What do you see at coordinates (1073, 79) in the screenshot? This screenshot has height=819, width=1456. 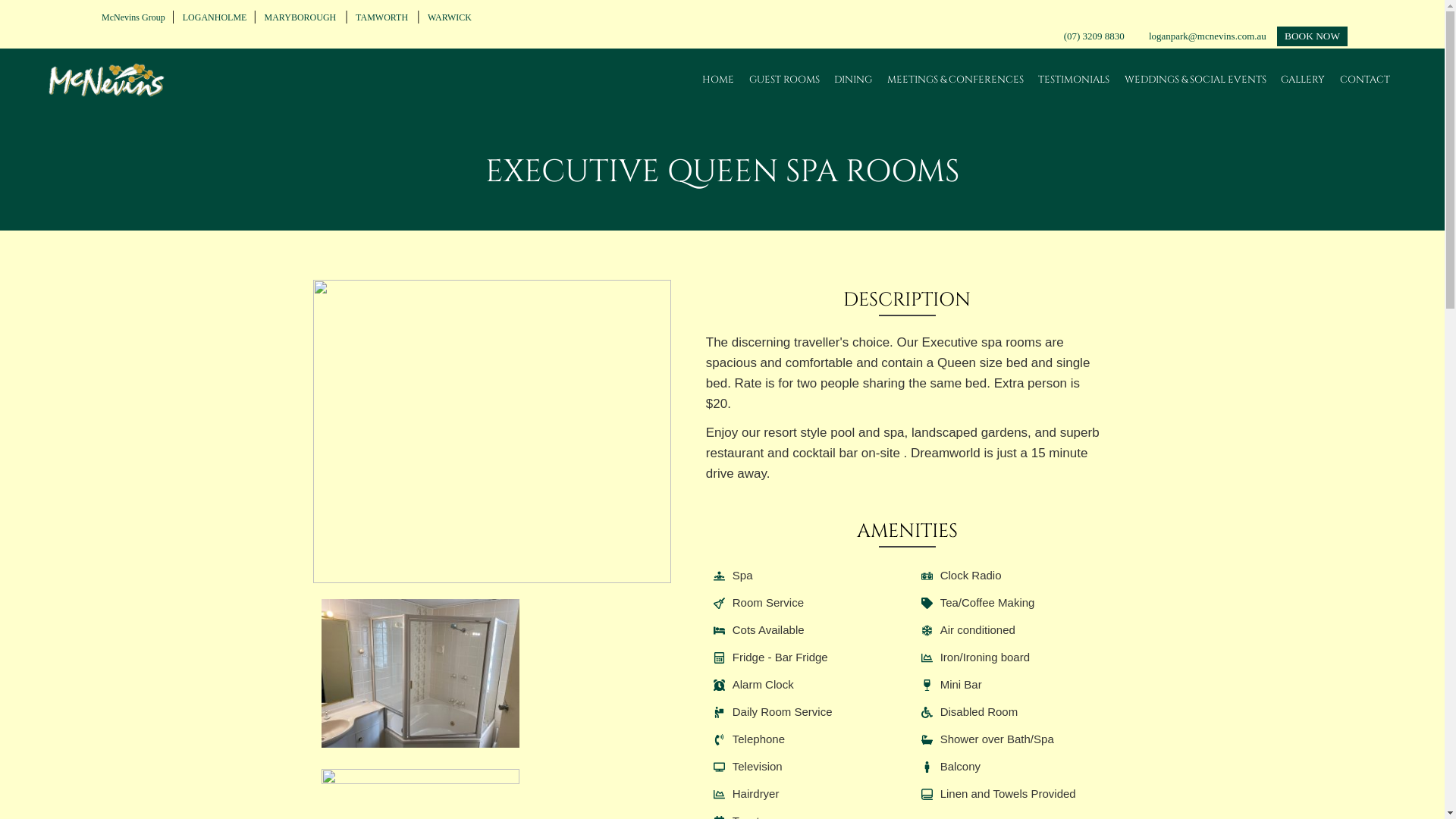 I see `'TESTIMONIALS'` at bounding box center [1073, 79].